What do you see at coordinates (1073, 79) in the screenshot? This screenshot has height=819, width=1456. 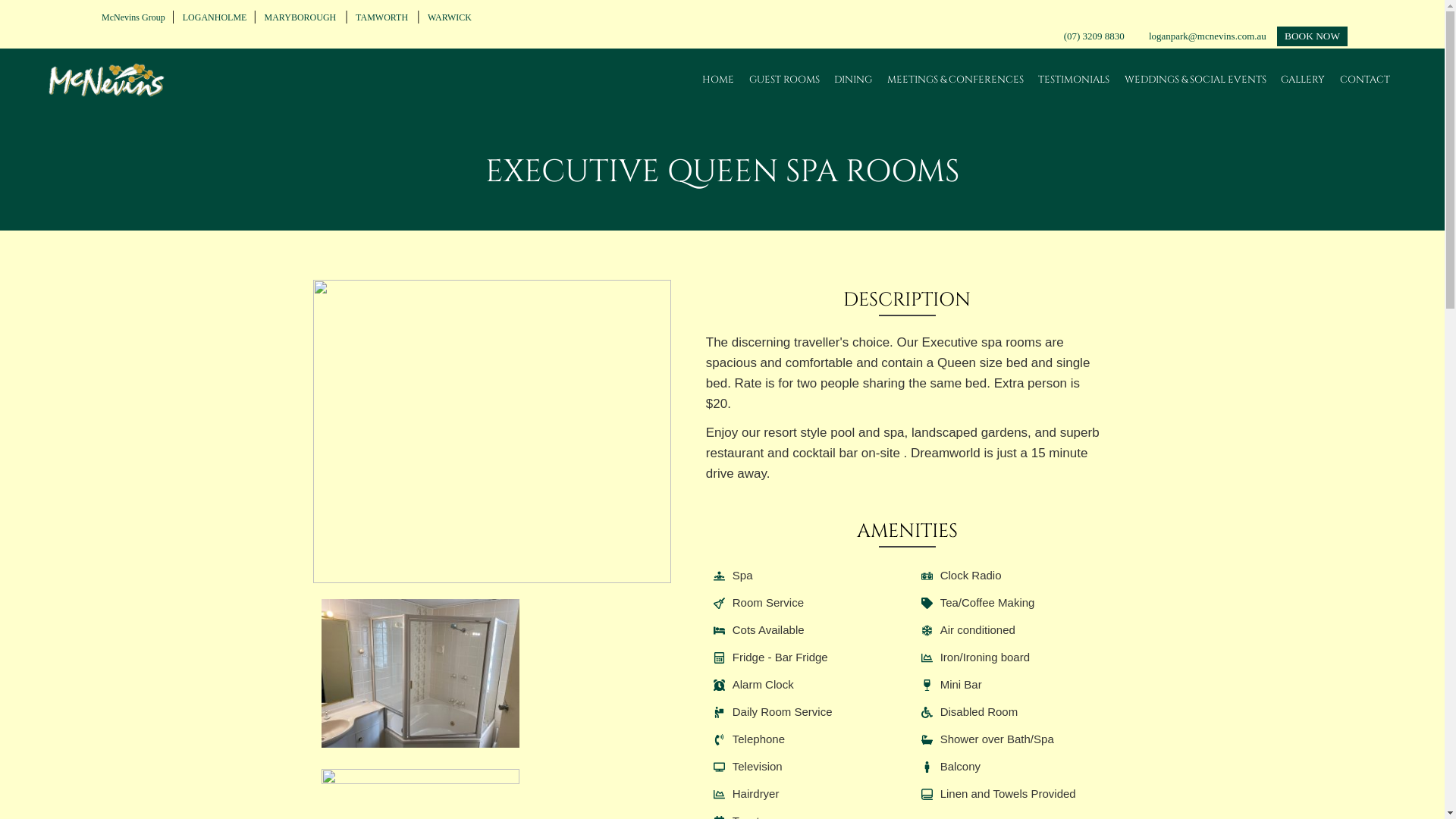 I see `'TESTIMONIALS'` at bounding box center [1073, 79].